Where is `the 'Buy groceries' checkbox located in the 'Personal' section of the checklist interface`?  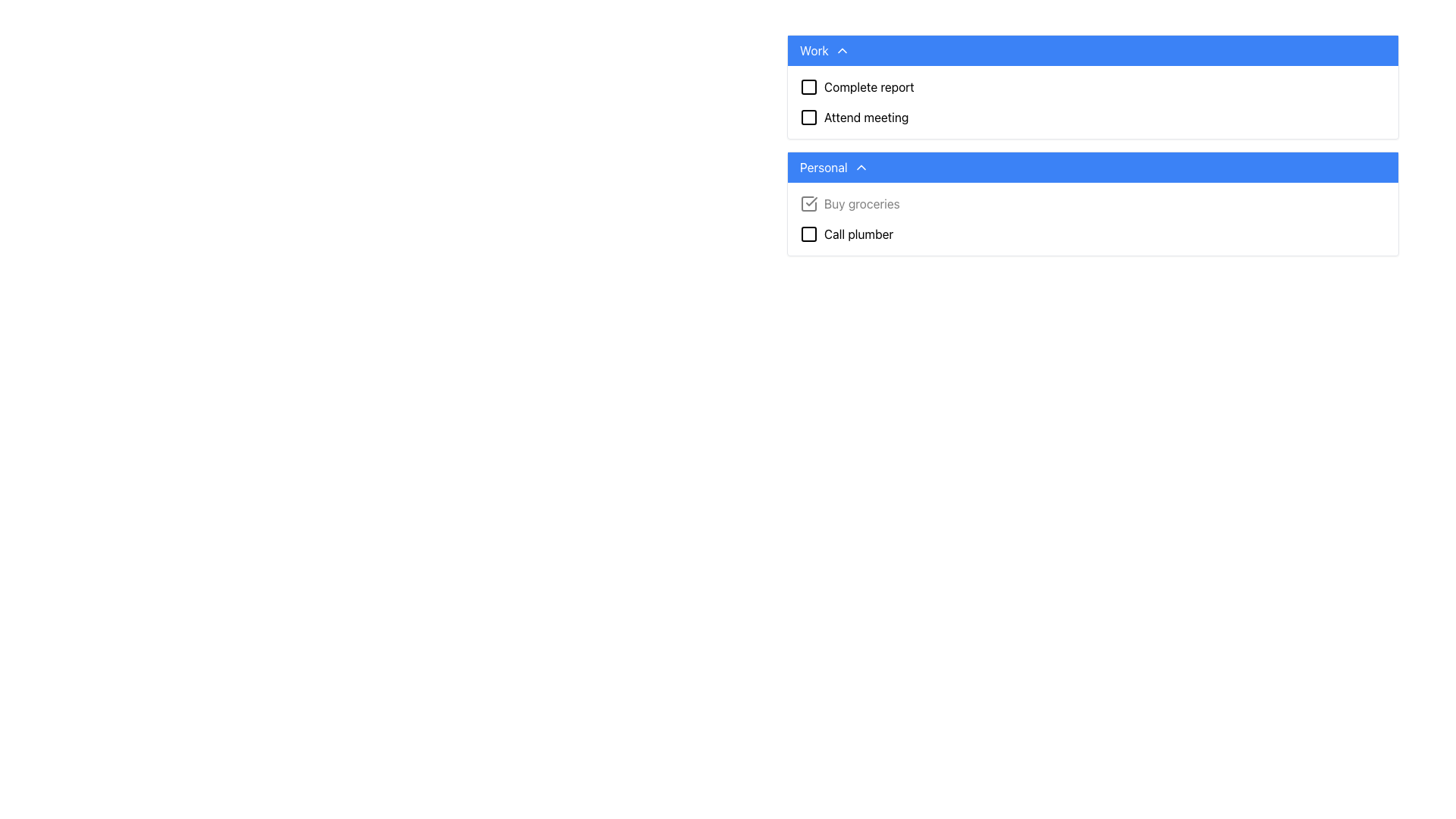 the 'Buy groceries' checkbox located in the 'Personal' section of the checklist interface is located at coordinates (1093, 203).